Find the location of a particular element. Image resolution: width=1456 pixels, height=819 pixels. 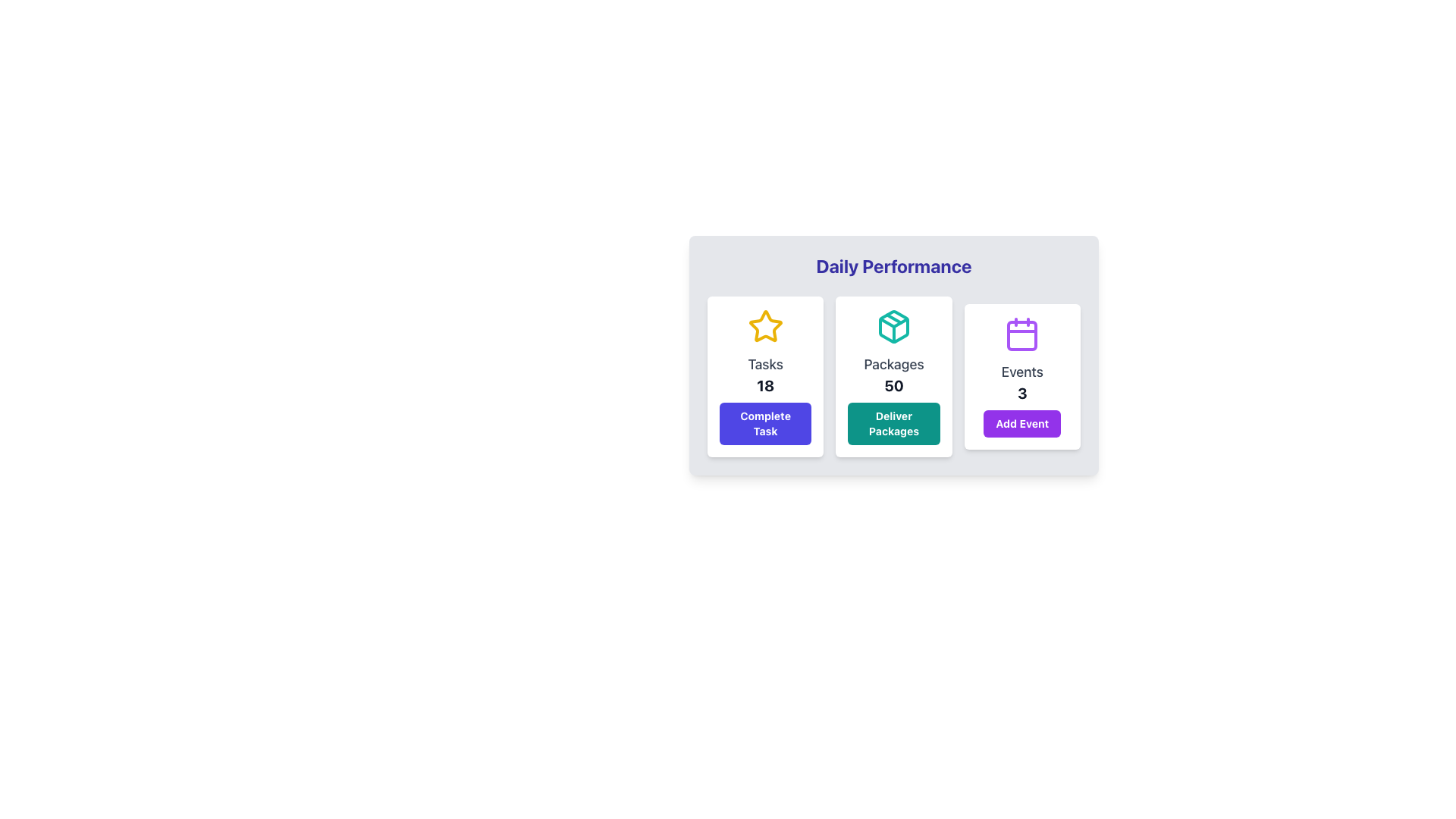

the yellow star icon located at the top-left of the 'Tasks' card in the 'Daily Performance' section, which is styled with a hollow center and medium-thick outlines is located at coordinates (765, 325).